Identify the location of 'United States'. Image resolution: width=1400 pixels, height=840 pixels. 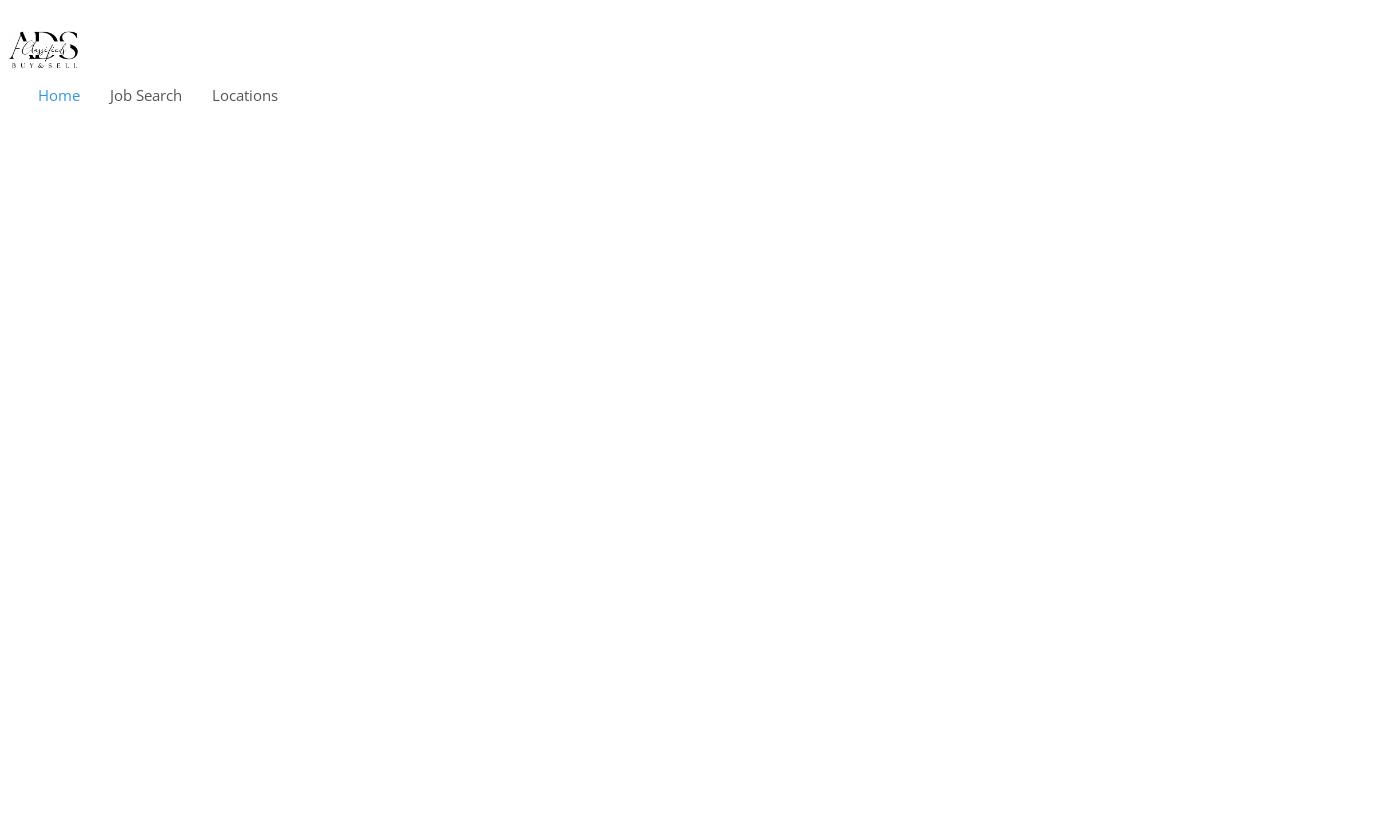
(231, 213).